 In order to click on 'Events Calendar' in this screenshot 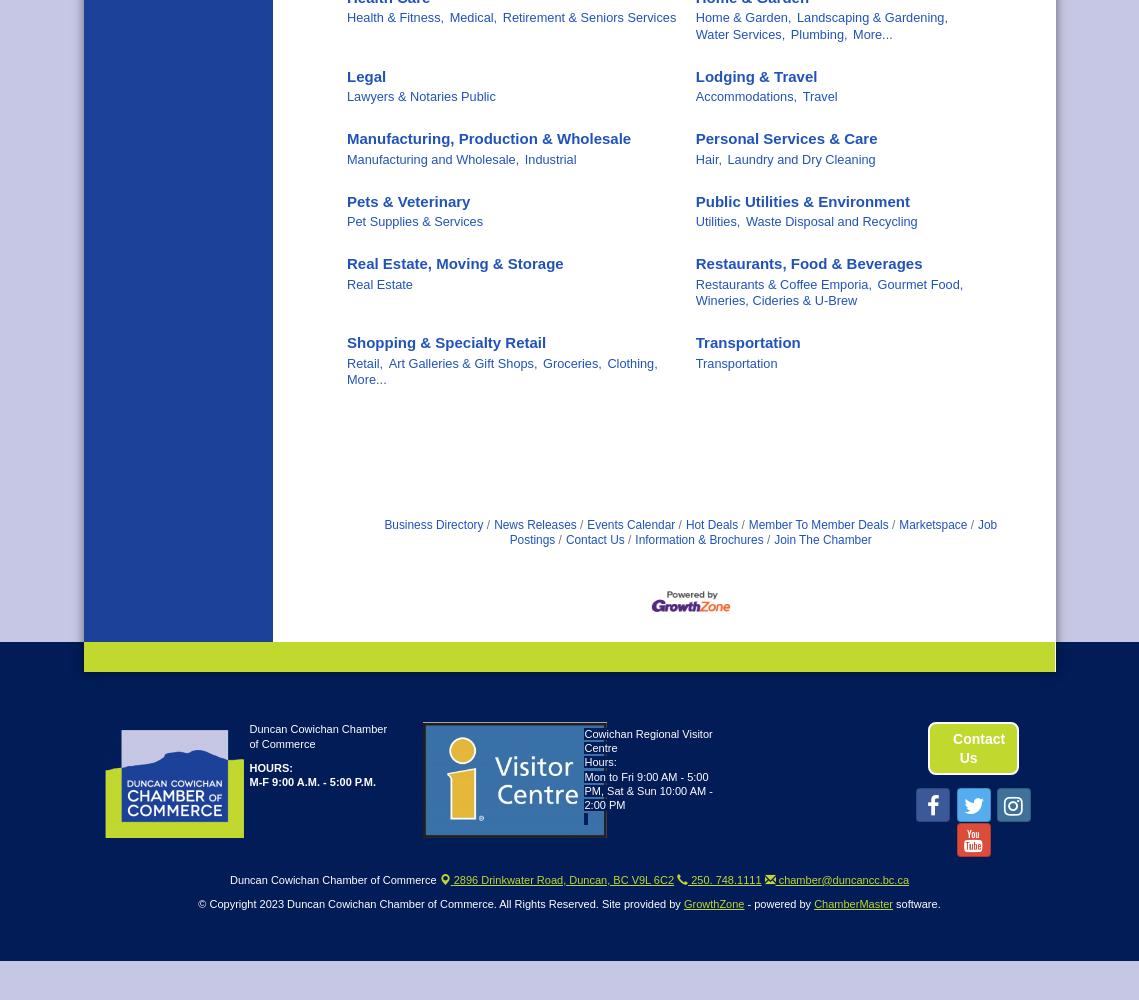, I will do `click(630, 525)`.